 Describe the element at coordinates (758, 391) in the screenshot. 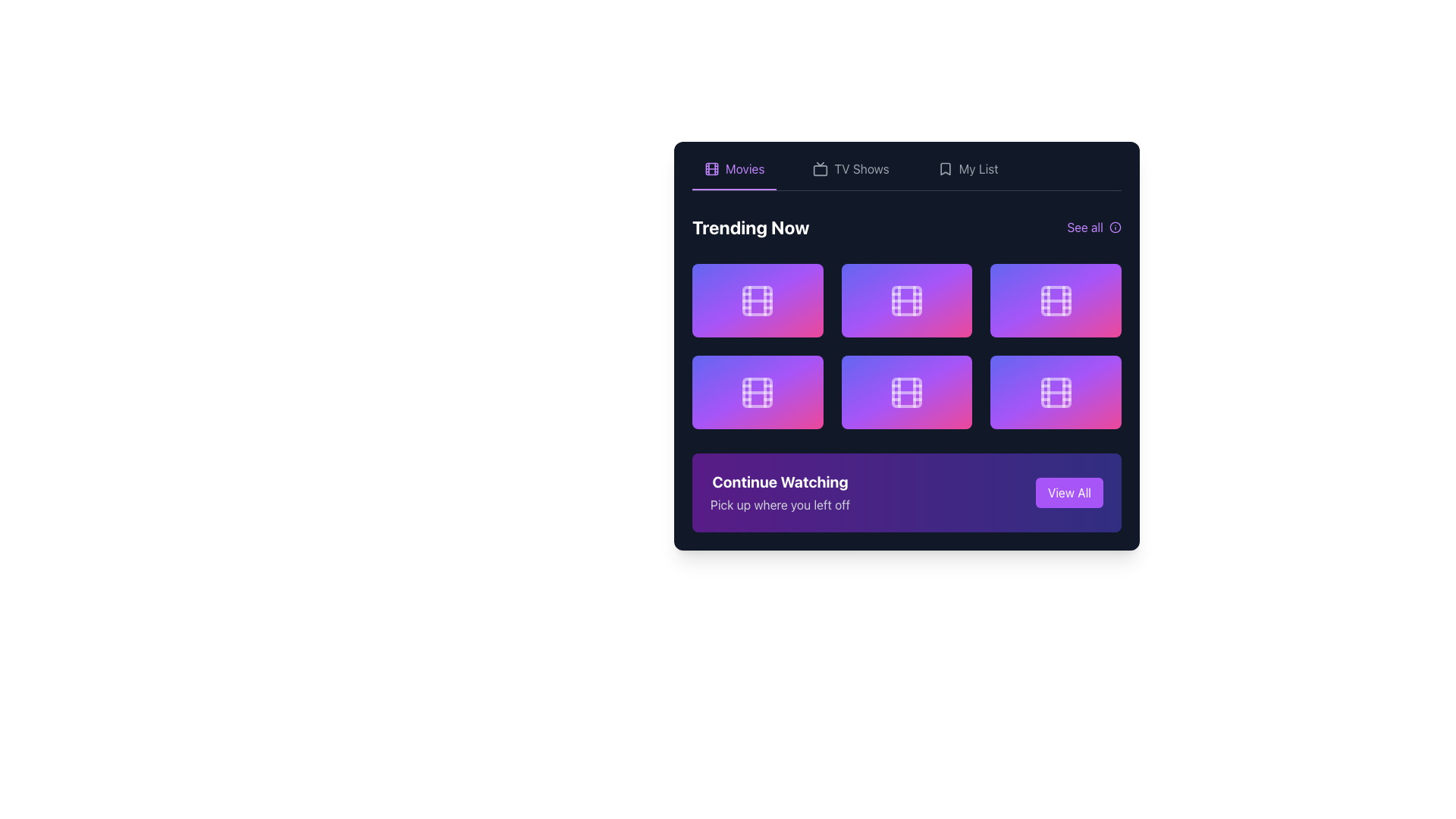

I see `the fourth interactive card in the grid under the 'Trending Now' header` at that location.